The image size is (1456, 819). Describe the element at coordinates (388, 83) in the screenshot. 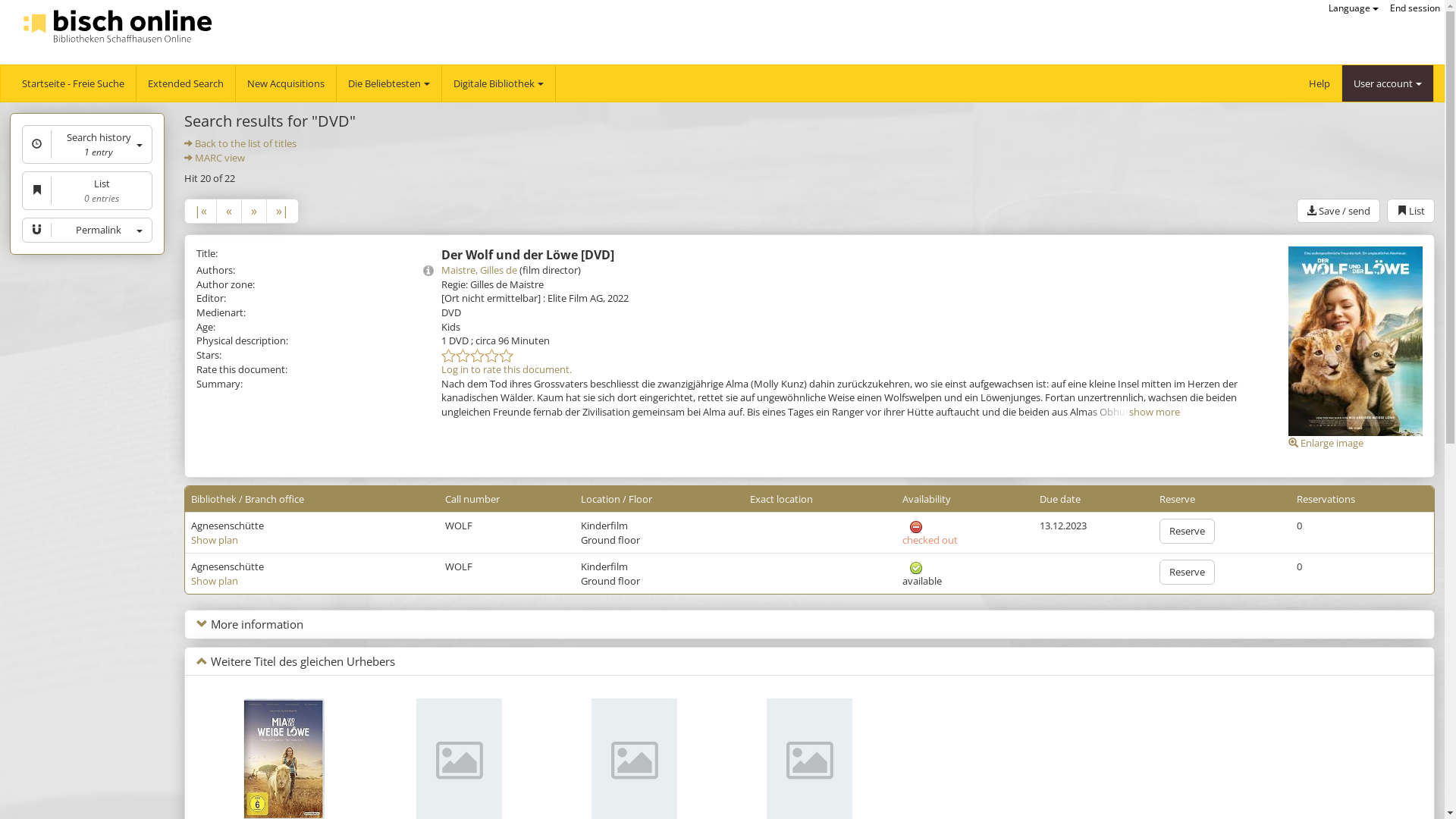

I see `'Die Beliebtesten'` at that location.